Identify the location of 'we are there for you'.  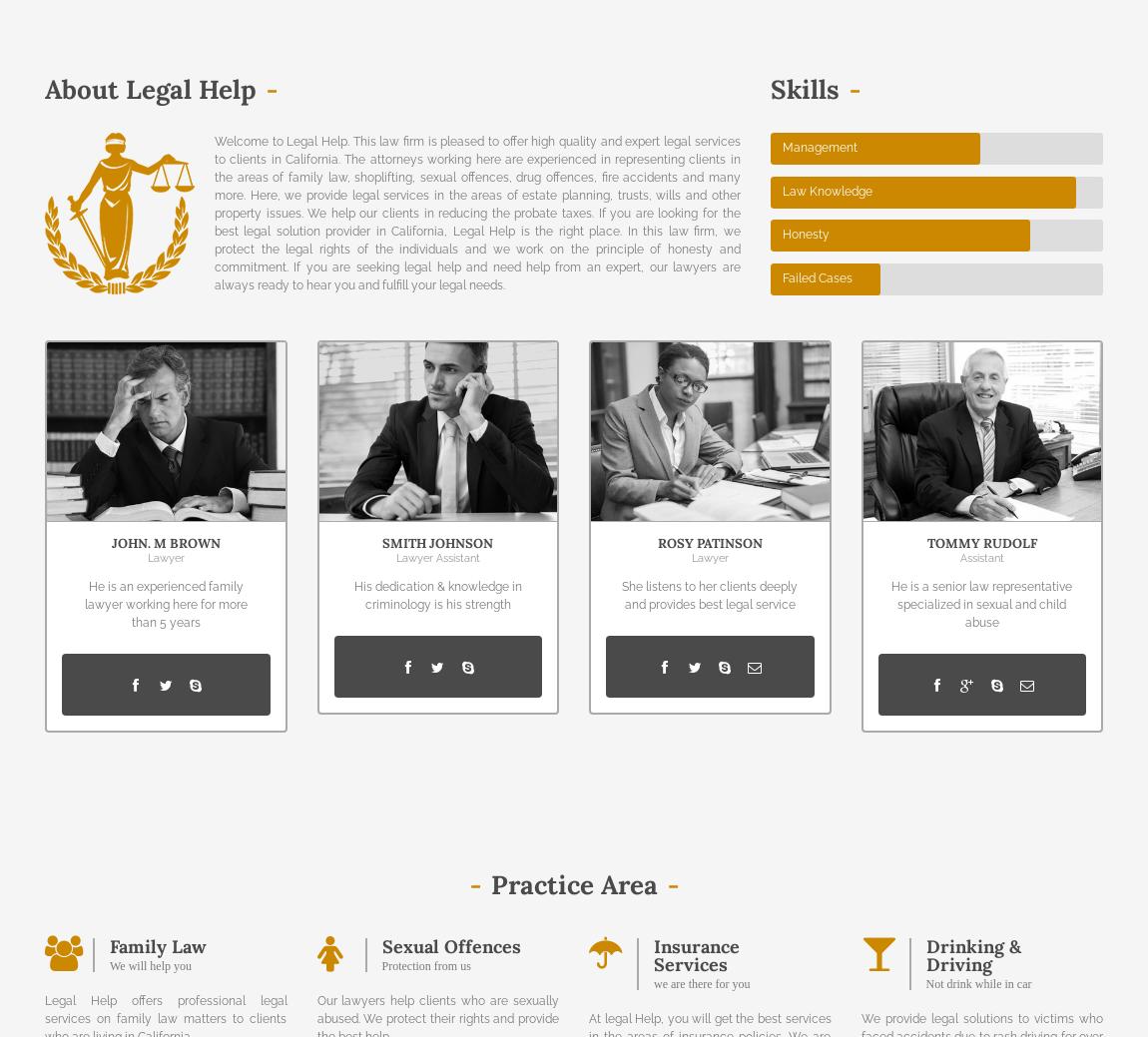
(700, 982).